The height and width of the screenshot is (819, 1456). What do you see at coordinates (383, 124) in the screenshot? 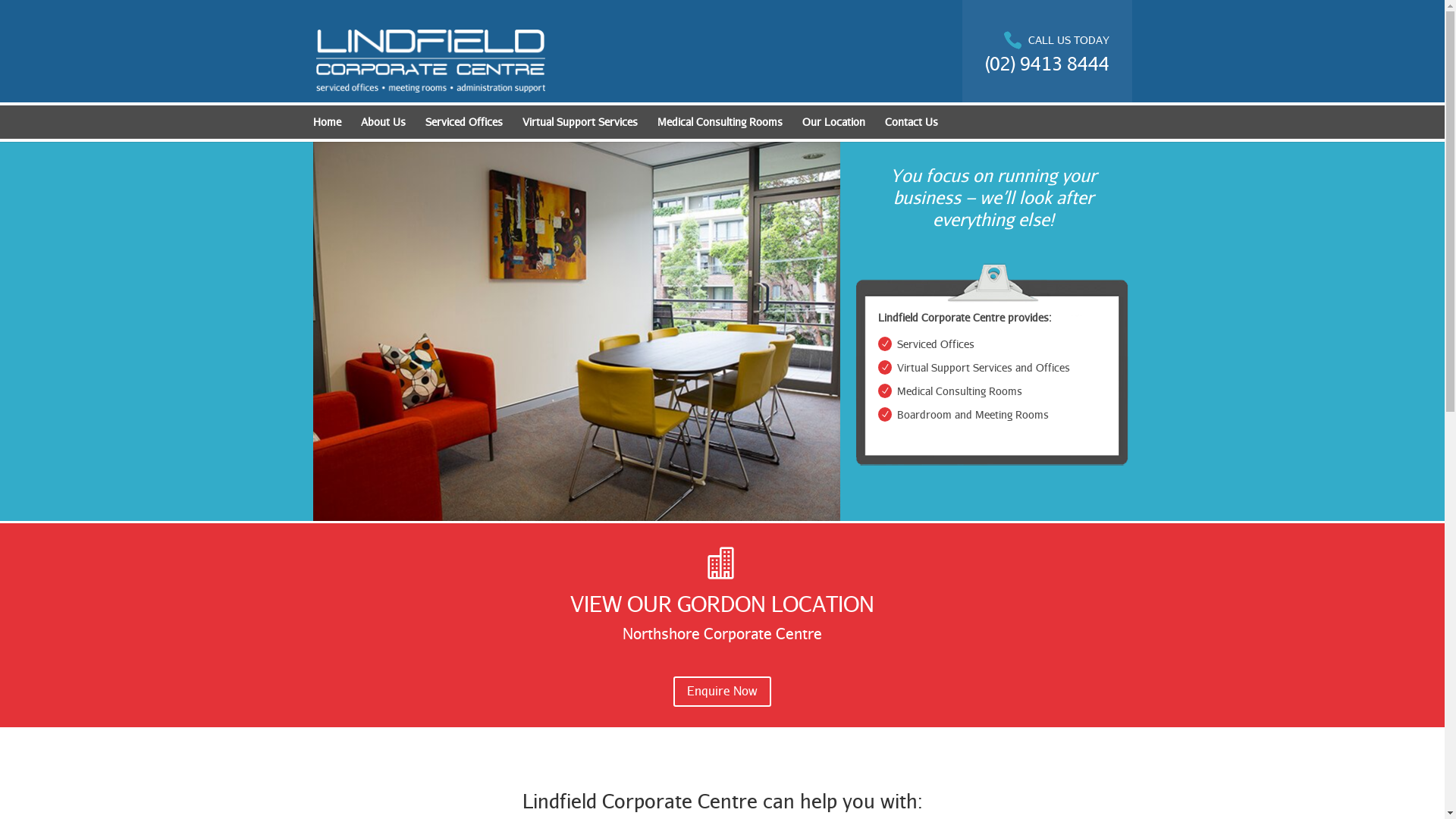
I see `'About Us'` at bounding box center [383, 124].